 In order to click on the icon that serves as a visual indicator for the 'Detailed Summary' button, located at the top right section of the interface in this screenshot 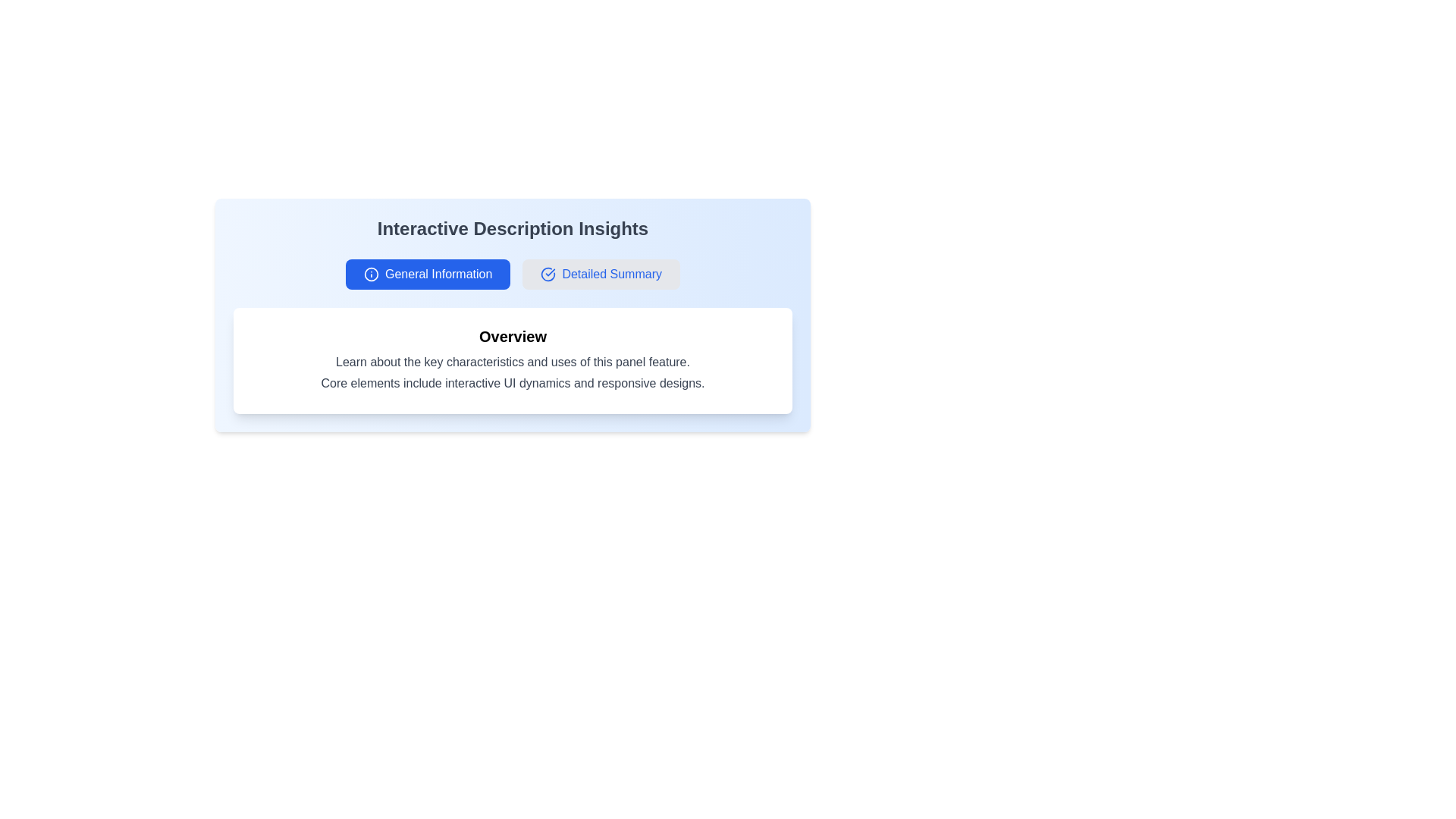, I will do `click(548, 275)`.